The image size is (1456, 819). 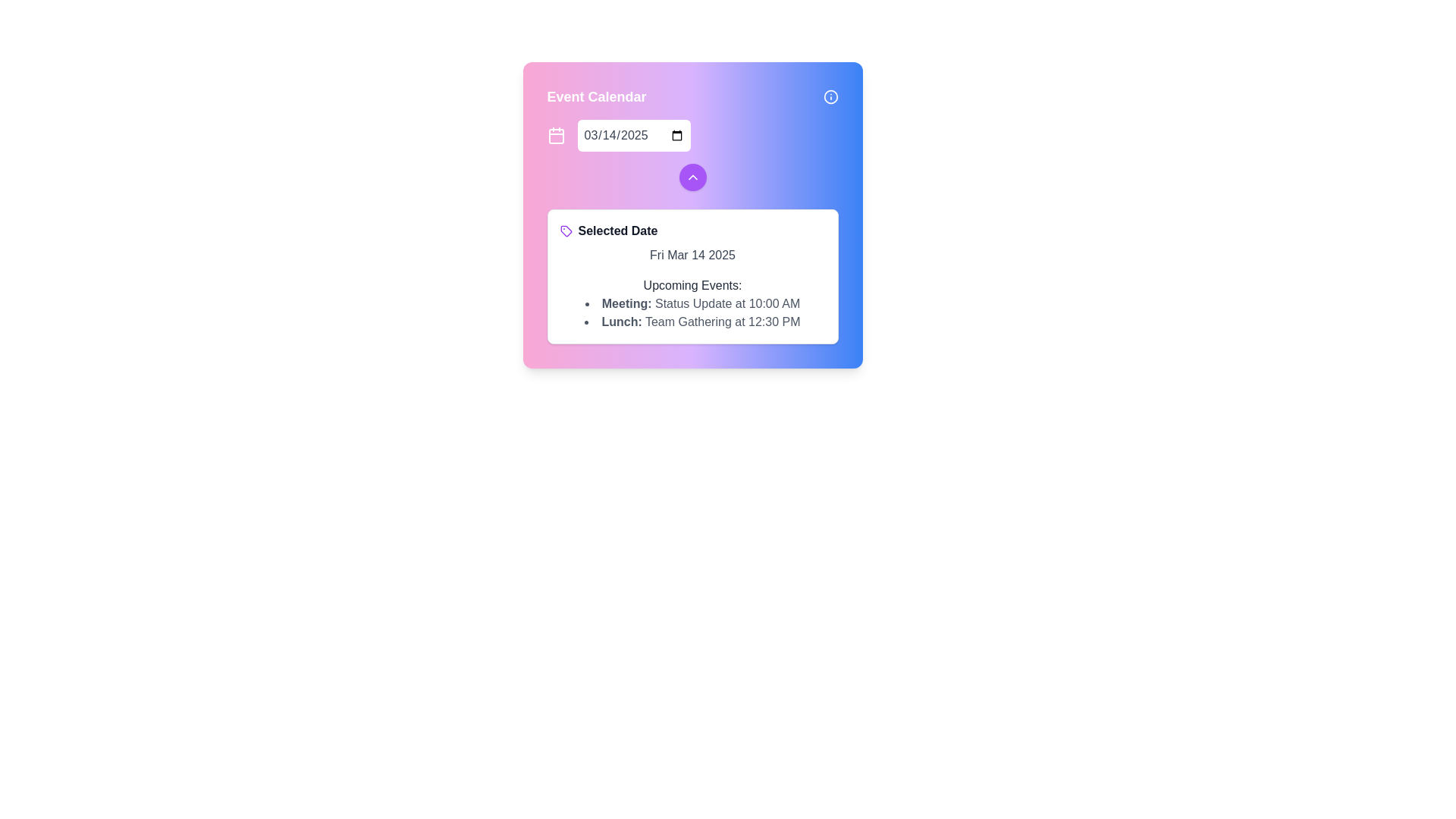 What do you see at coordinates (830, 96) in the screenshot?
I see `the Circular Icon located at the top-right corner of the 'Event Calendar' card, which provides additional context or help related to the interface` at bounding box center [830, 96].